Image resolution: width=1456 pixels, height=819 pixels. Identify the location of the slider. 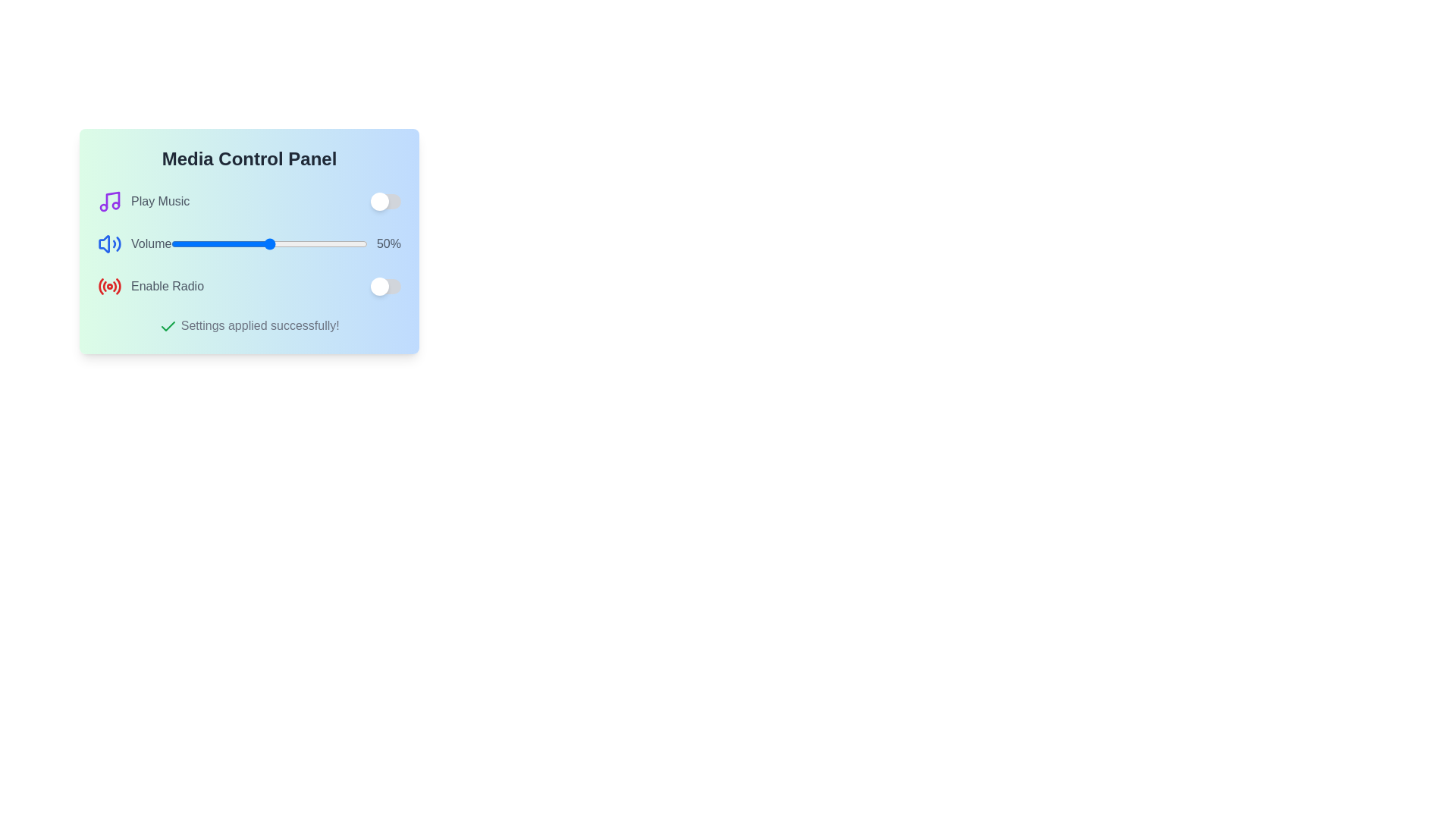
(240, 243).